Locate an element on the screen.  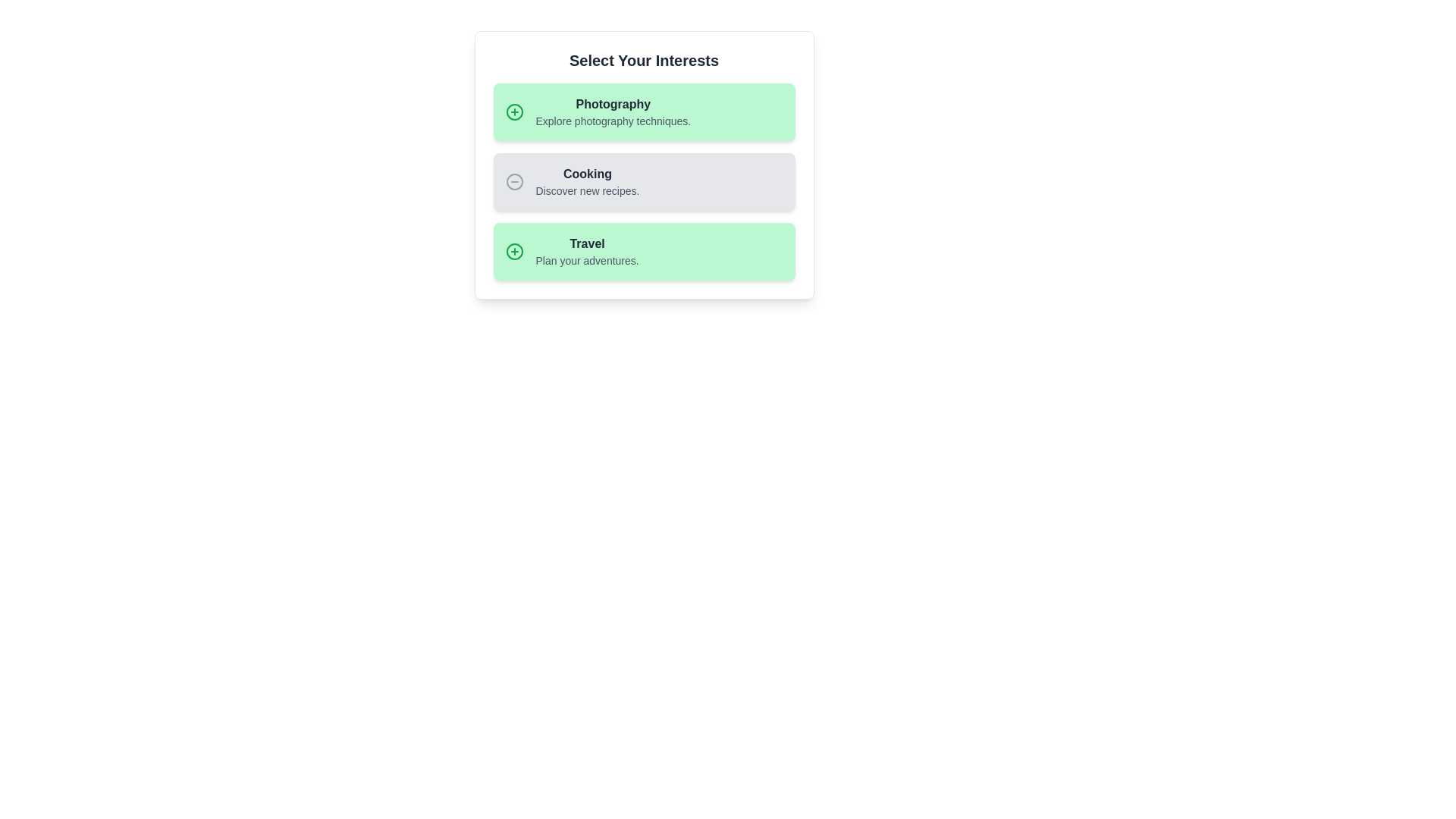
the interest Cooking is located at coordinates (644, 180).